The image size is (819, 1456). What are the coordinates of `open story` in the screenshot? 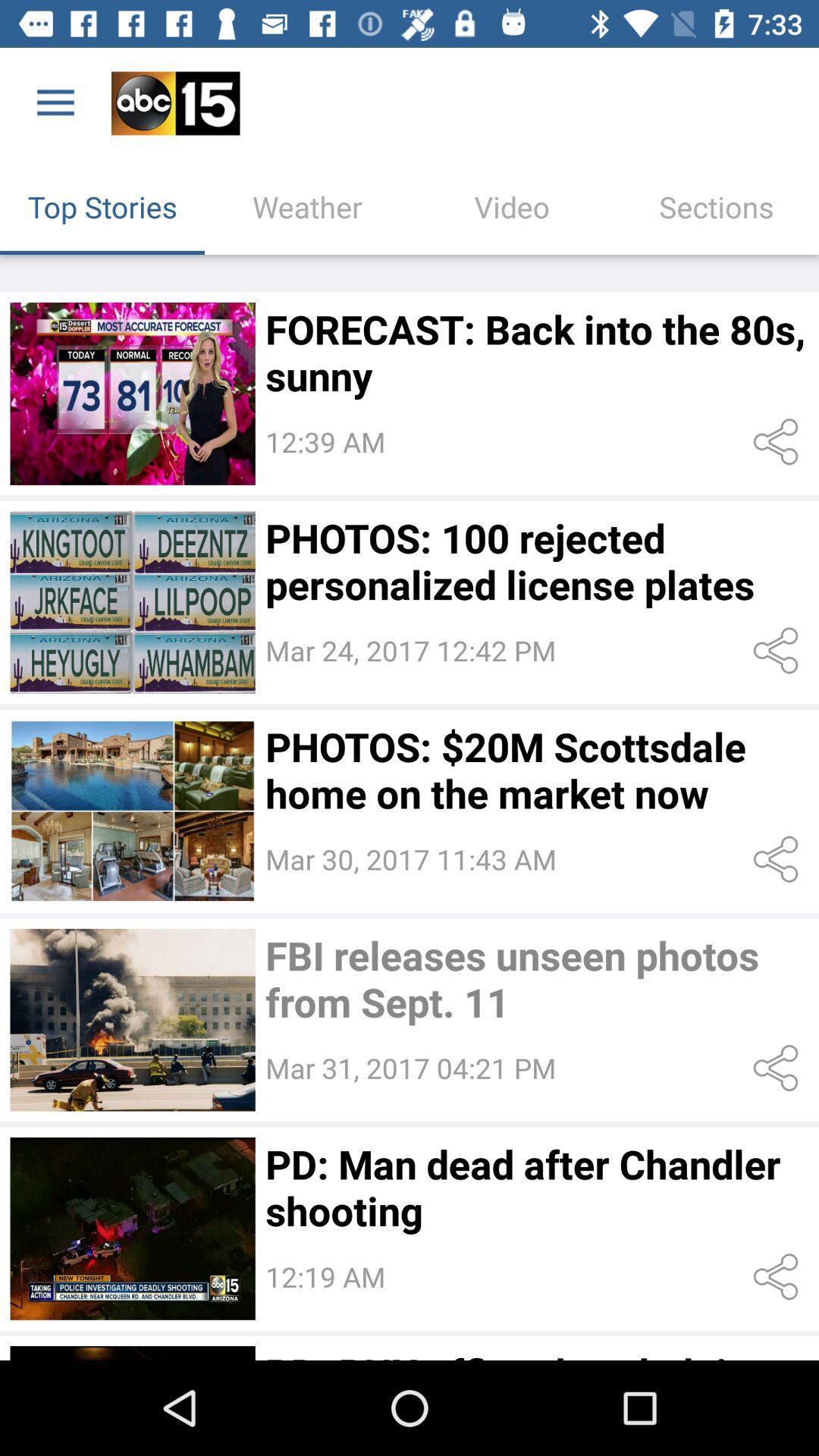 It's located at (132, 1020).